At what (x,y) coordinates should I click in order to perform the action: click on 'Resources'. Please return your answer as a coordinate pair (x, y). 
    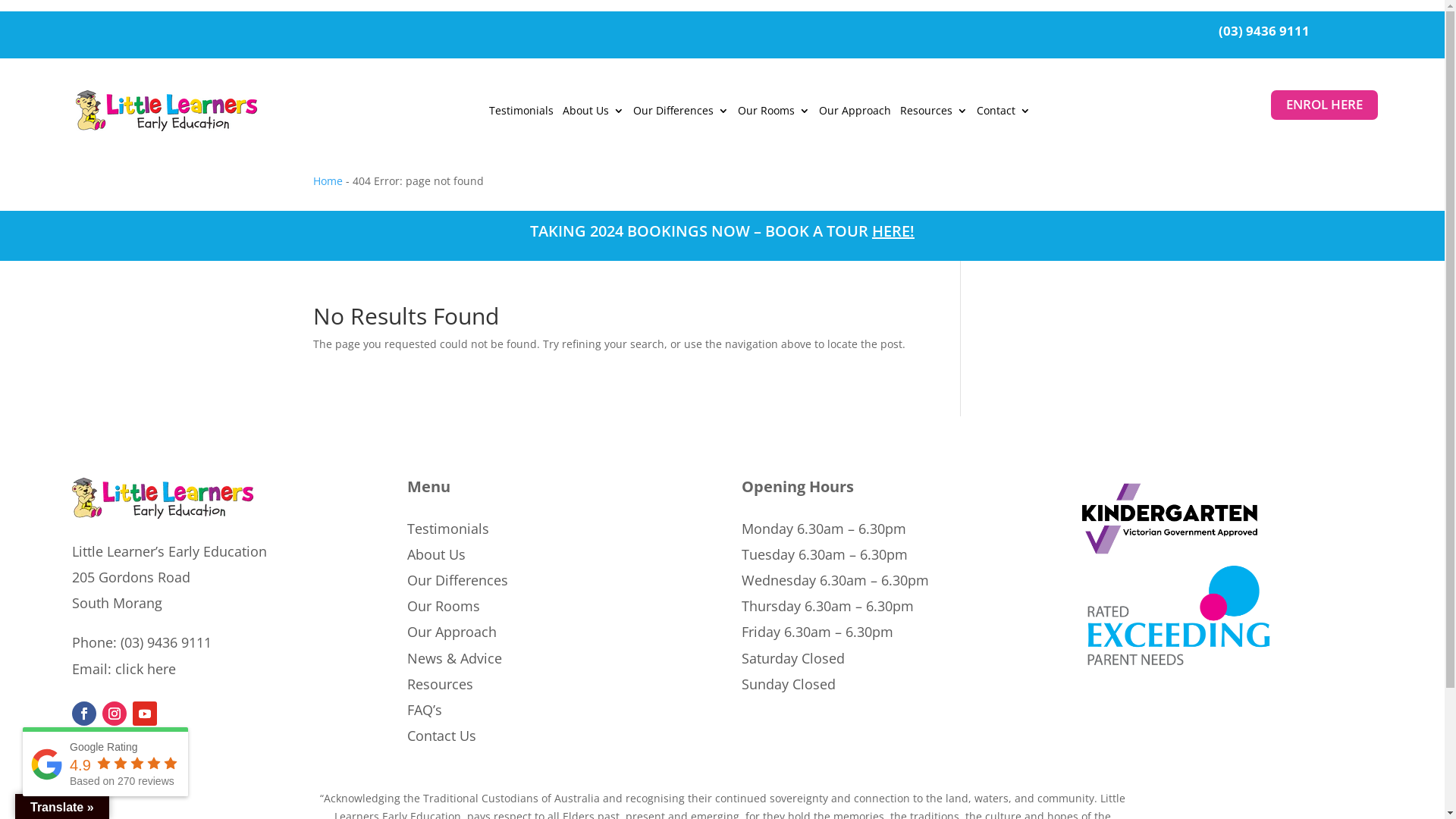
    Looking at the image, I should click on (407, 684).